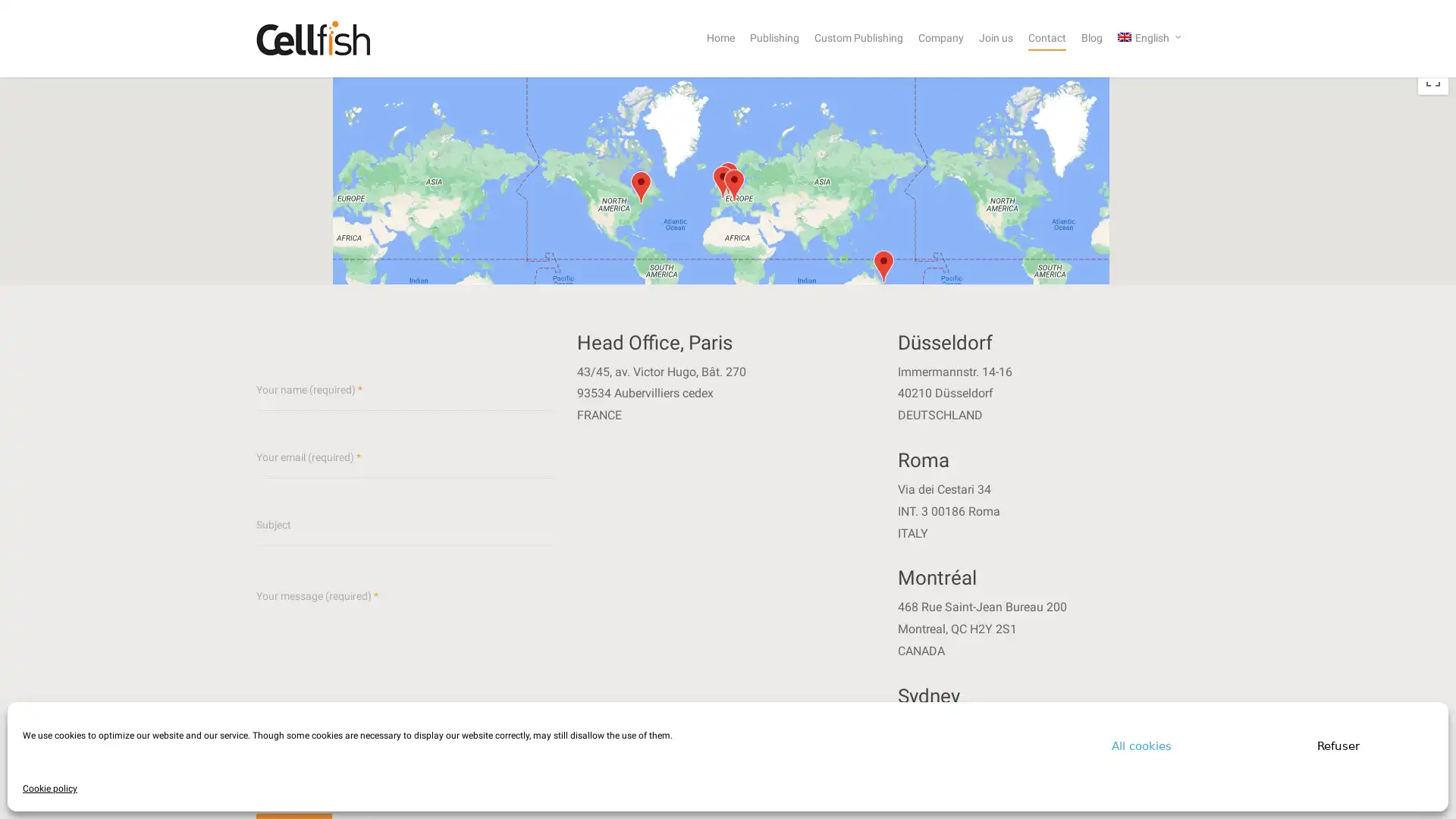 Image resolution: width=1456 pixels, height=819 pixels. Describe the element at coordinates (1432, 79) in the screenshot. I see `Toggle fullscreen view` at that location.